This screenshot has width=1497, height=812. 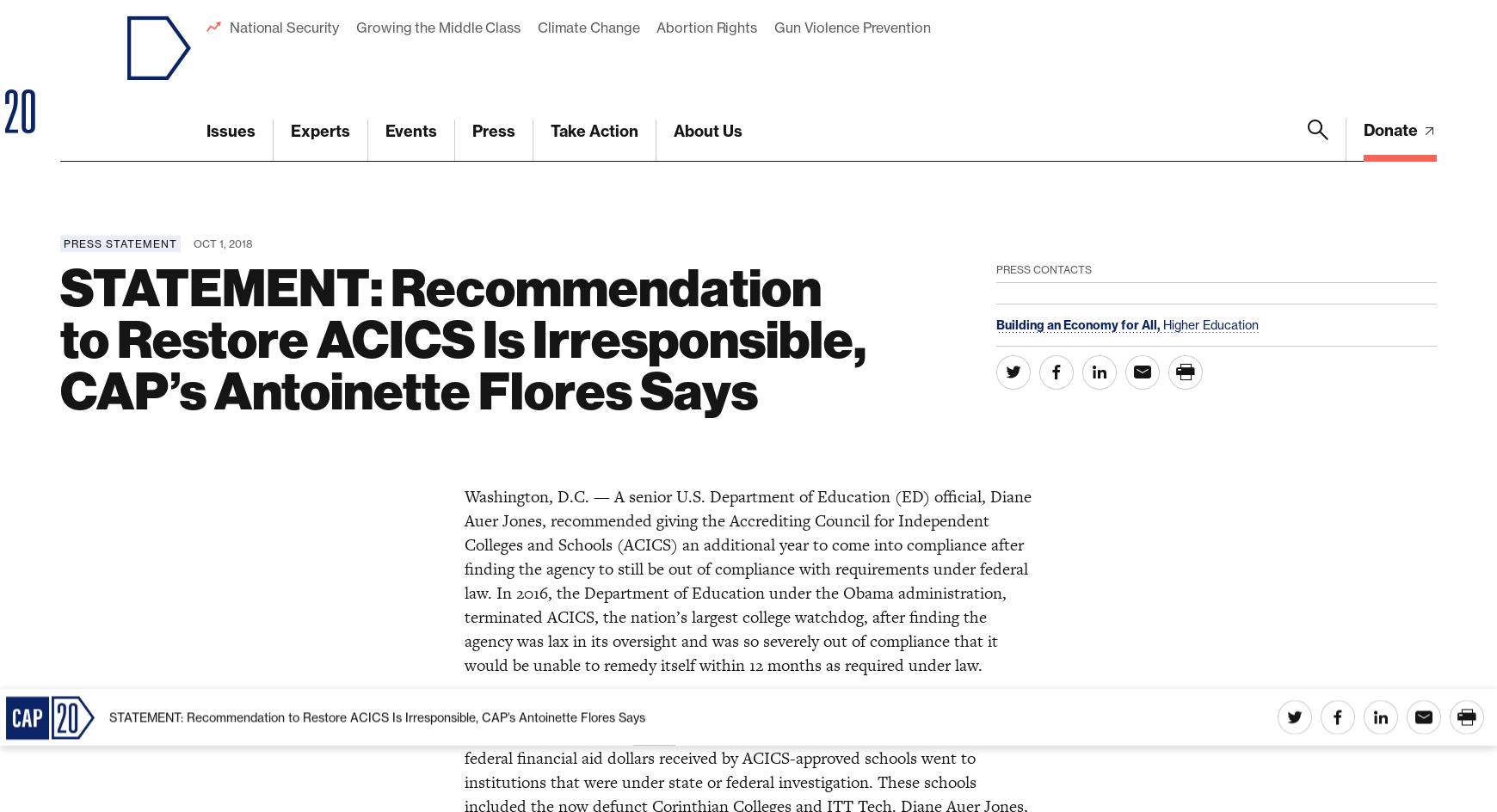 I want to click on ', associate director for Postsecondary Education at CAP, released the following statement in response:', so click(x=729, y=222).